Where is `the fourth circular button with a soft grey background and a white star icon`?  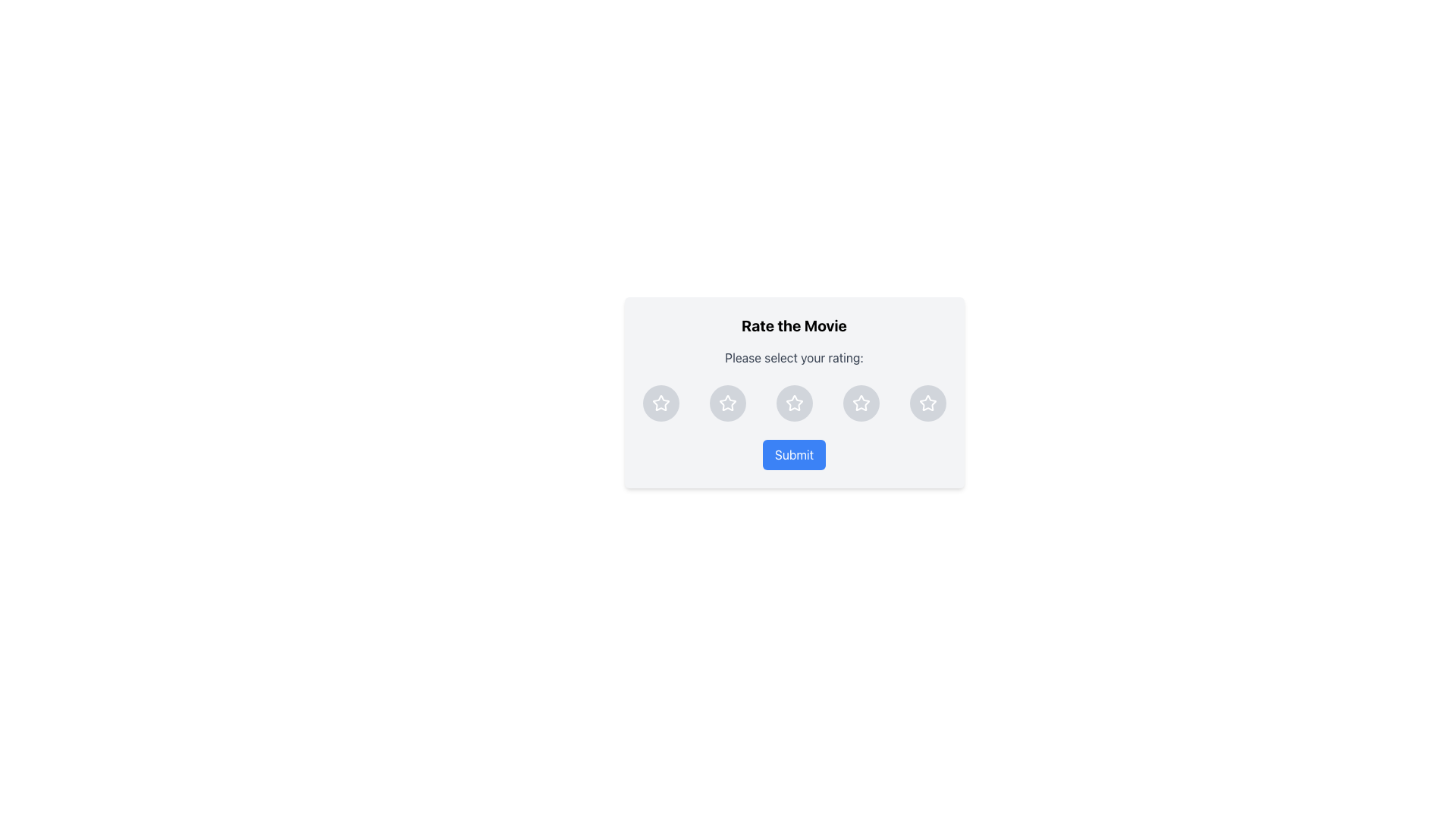 the fourth circular button with a soft grey background and a white star icon is located at coordinates (861, 403).